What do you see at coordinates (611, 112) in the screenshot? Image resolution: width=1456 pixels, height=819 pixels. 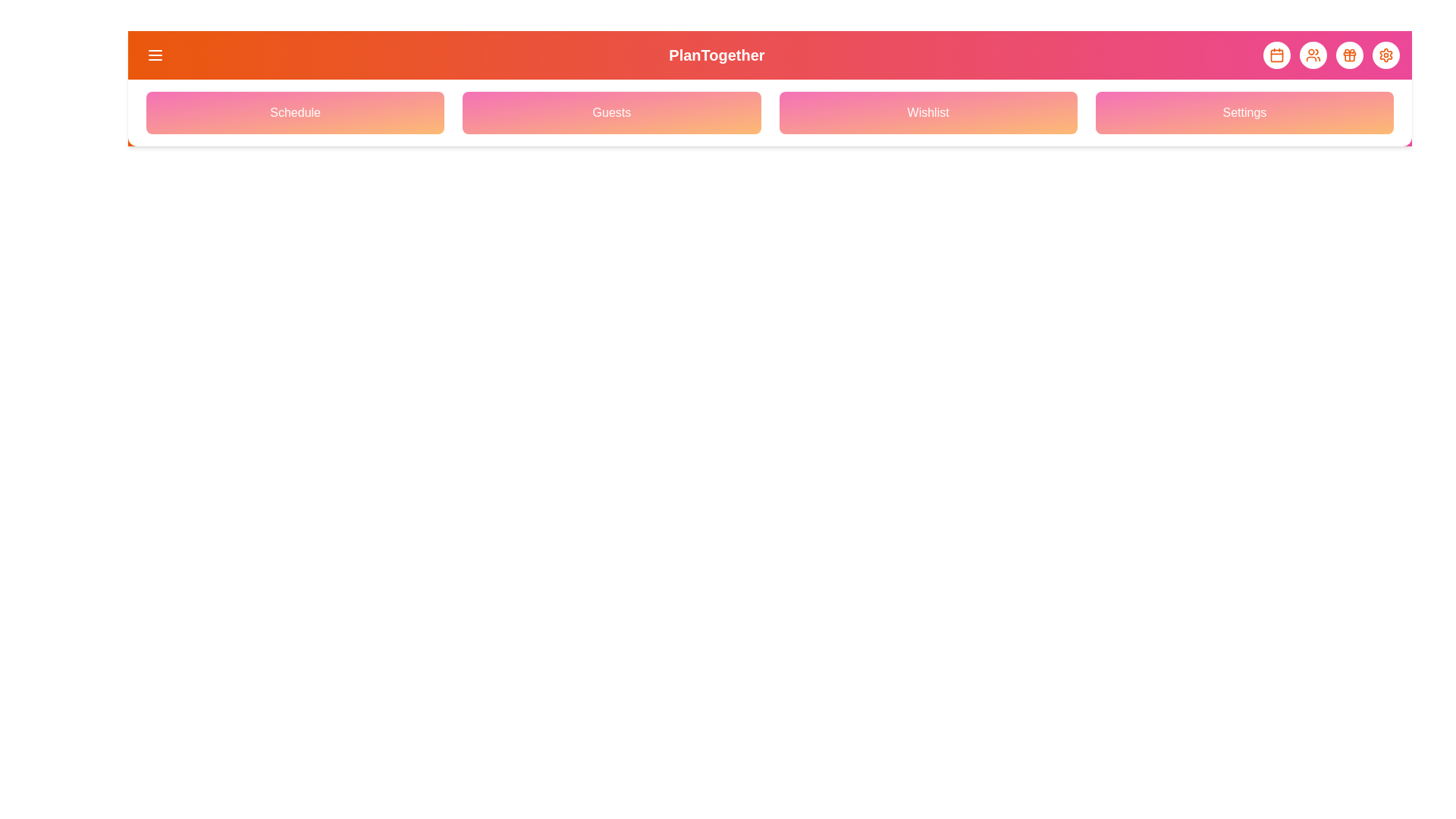 I see `the navigation menu option Guests` at bounding box center [611, 112].